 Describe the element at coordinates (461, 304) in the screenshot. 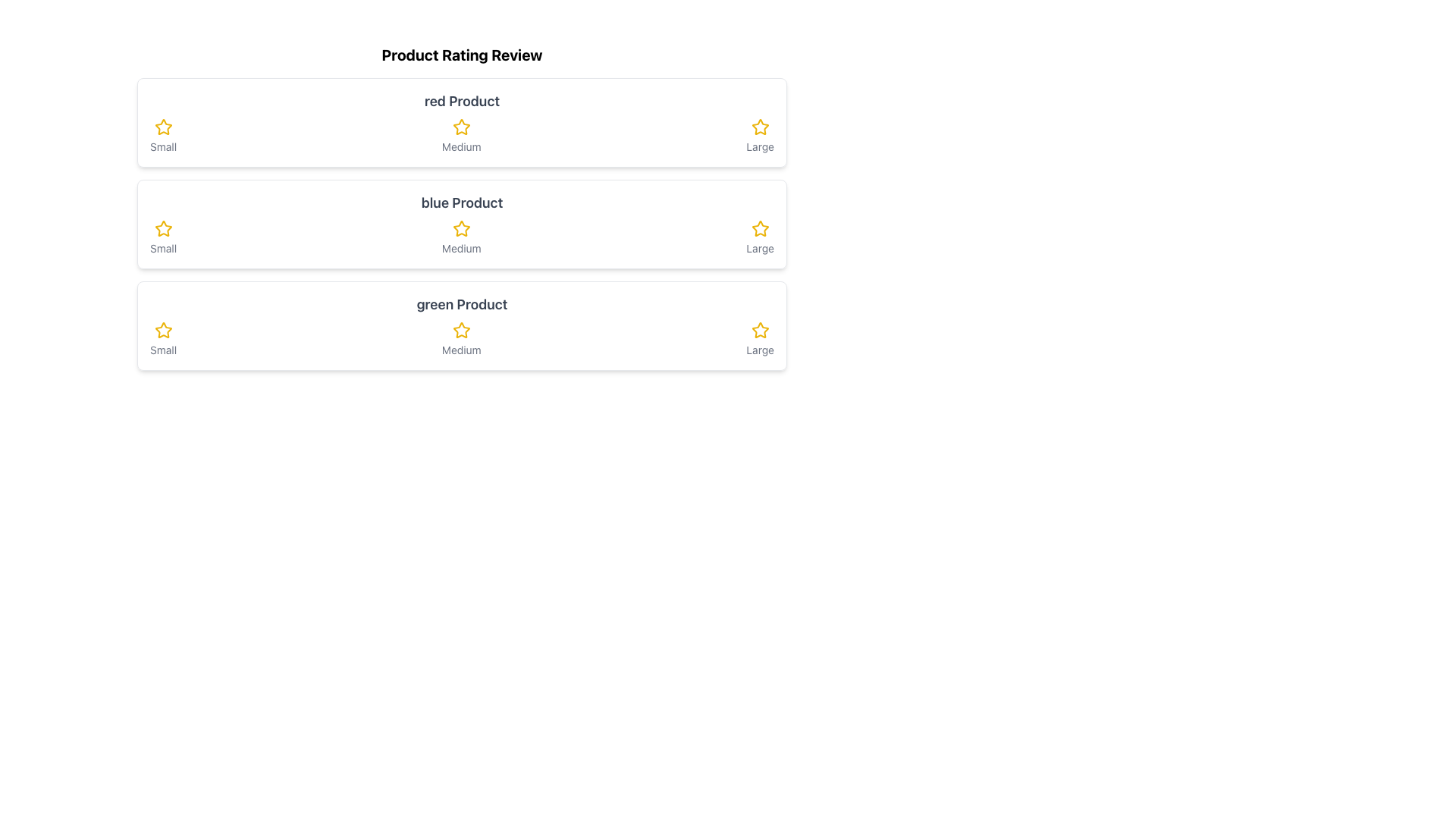

I see `the text label displaying 'green Product' in bold, medium-large gray font, located in the third card from the top` at that location.